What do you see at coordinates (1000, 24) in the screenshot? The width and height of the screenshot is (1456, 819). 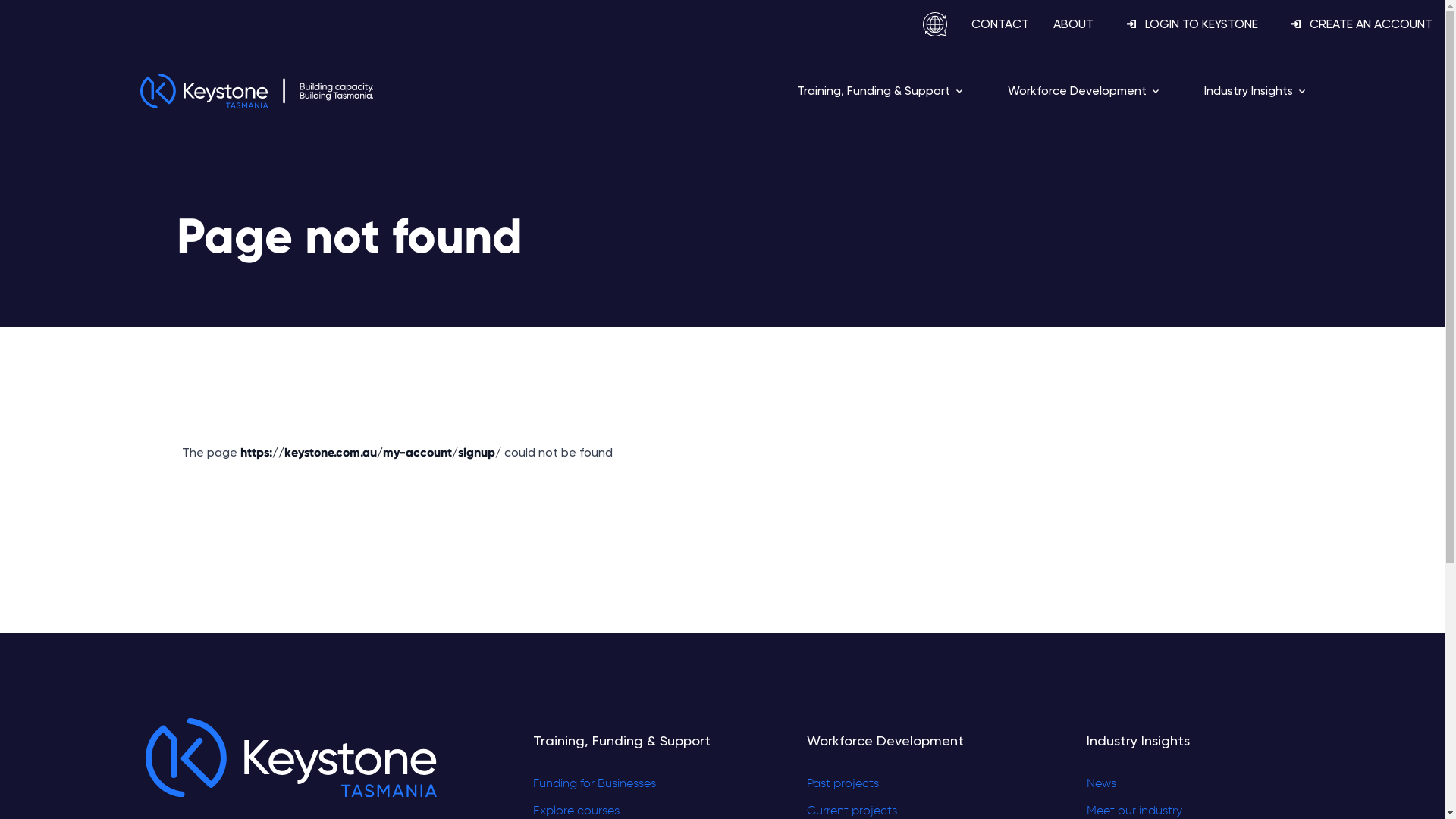 I see `'CONTACT'` at bounding box center [1000, 24].